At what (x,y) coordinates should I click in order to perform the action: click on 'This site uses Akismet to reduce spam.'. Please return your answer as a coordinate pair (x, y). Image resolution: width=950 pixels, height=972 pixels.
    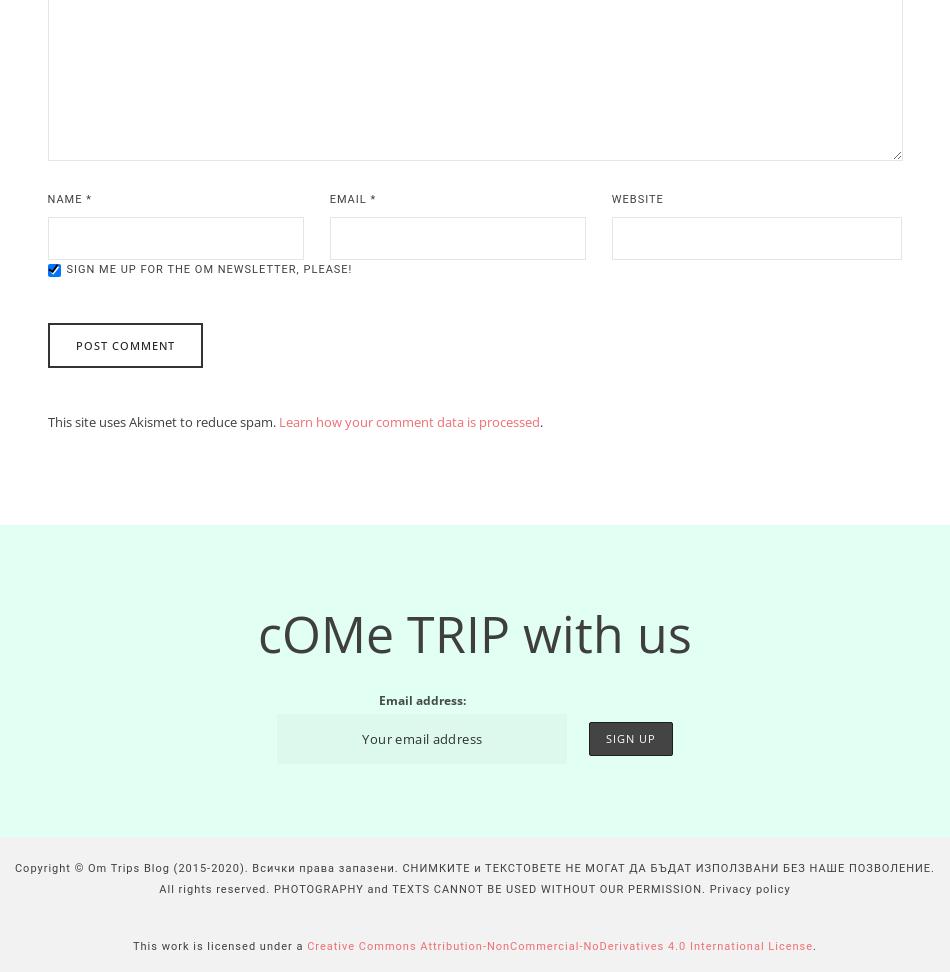
    Looking at the image, I should click on (162, 422).